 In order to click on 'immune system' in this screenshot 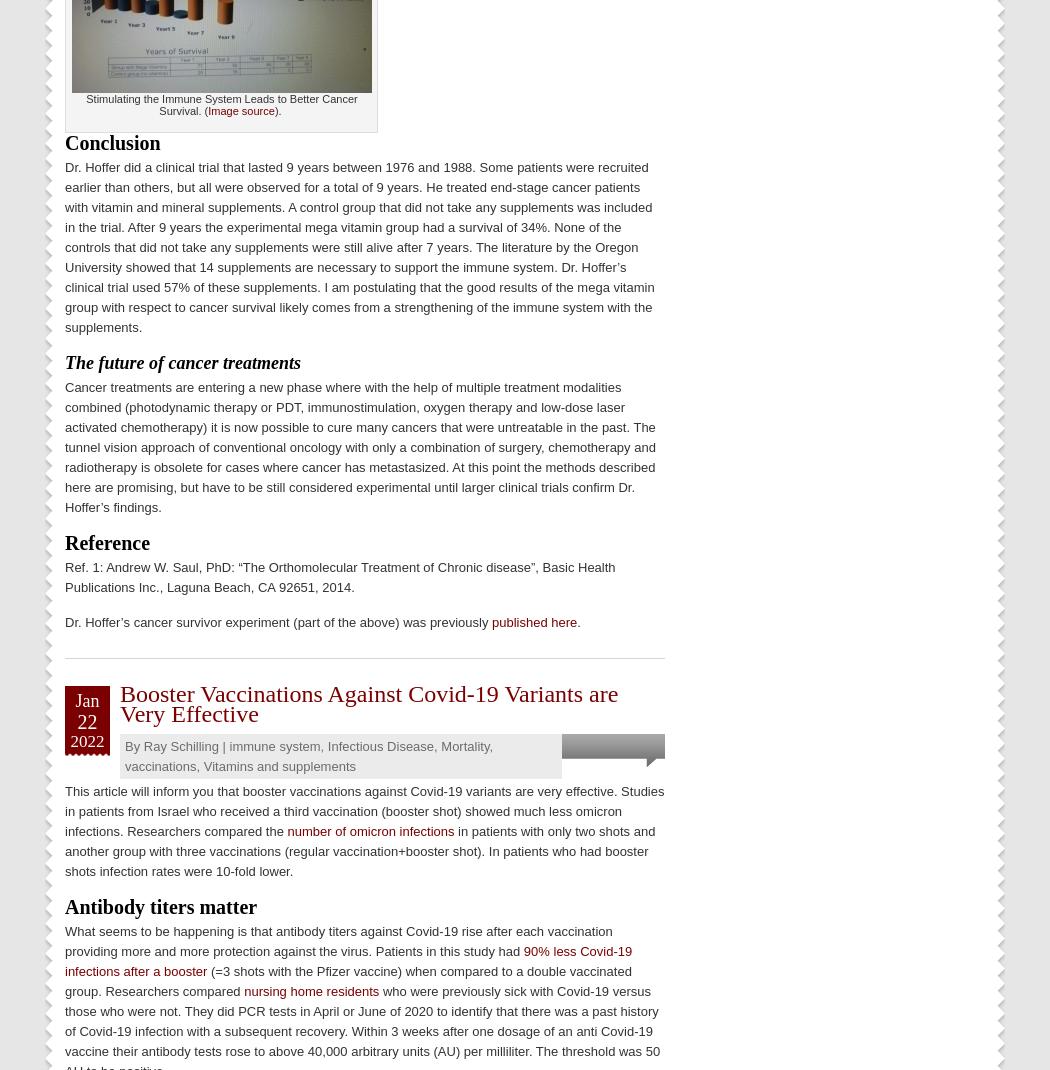, I will do `click(273, 744)`.